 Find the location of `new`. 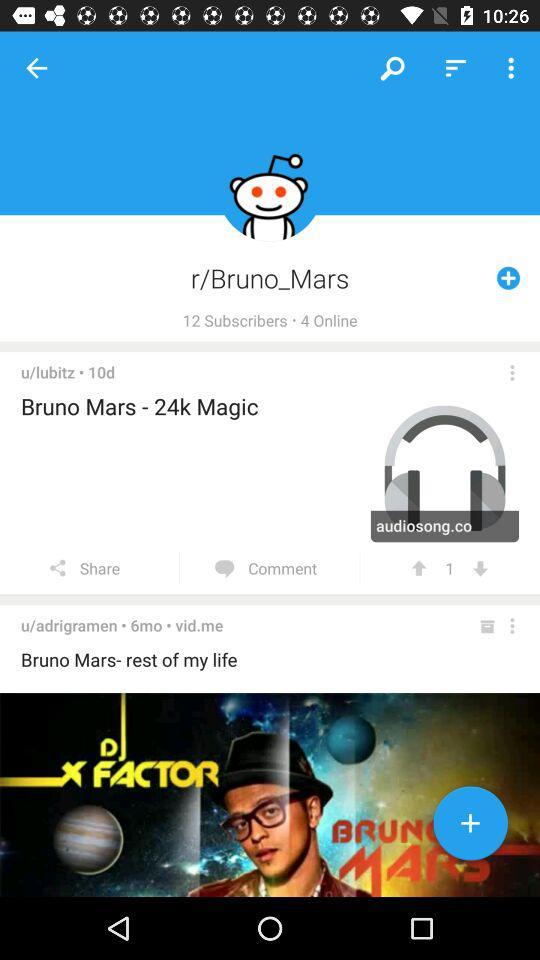

new is located at coordinates (470, 827).